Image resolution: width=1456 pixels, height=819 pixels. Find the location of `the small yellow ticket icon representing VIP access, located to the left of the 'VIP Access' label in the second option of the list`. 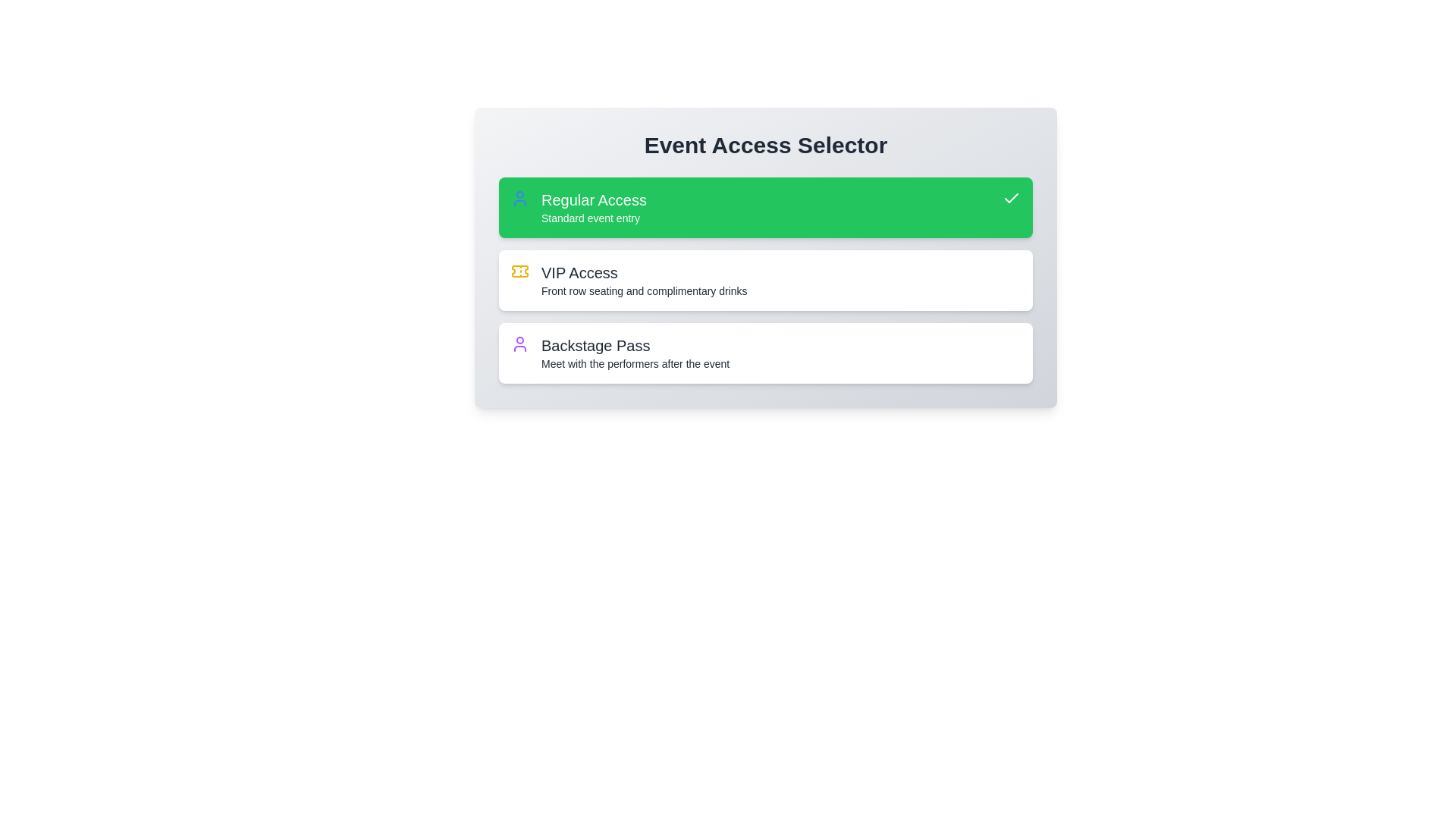

the small yellow ticket icon representing VIP access, located to the left of the 'VIP Access' label in the second option of the list is located at coordinates (520, 281).